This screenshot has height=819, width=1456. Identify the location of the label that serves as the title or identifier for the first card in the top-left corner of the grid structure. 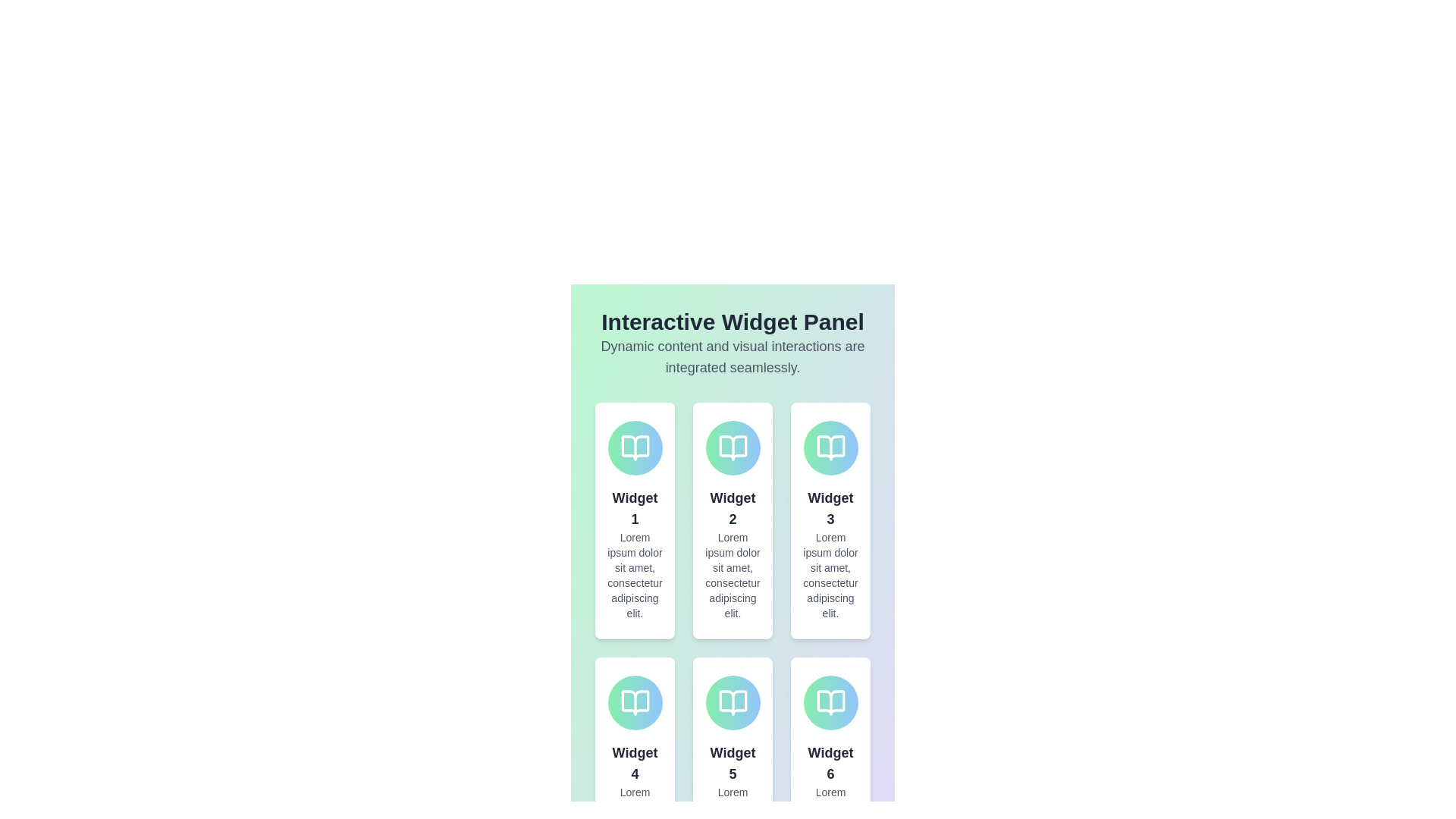
(635, 509).